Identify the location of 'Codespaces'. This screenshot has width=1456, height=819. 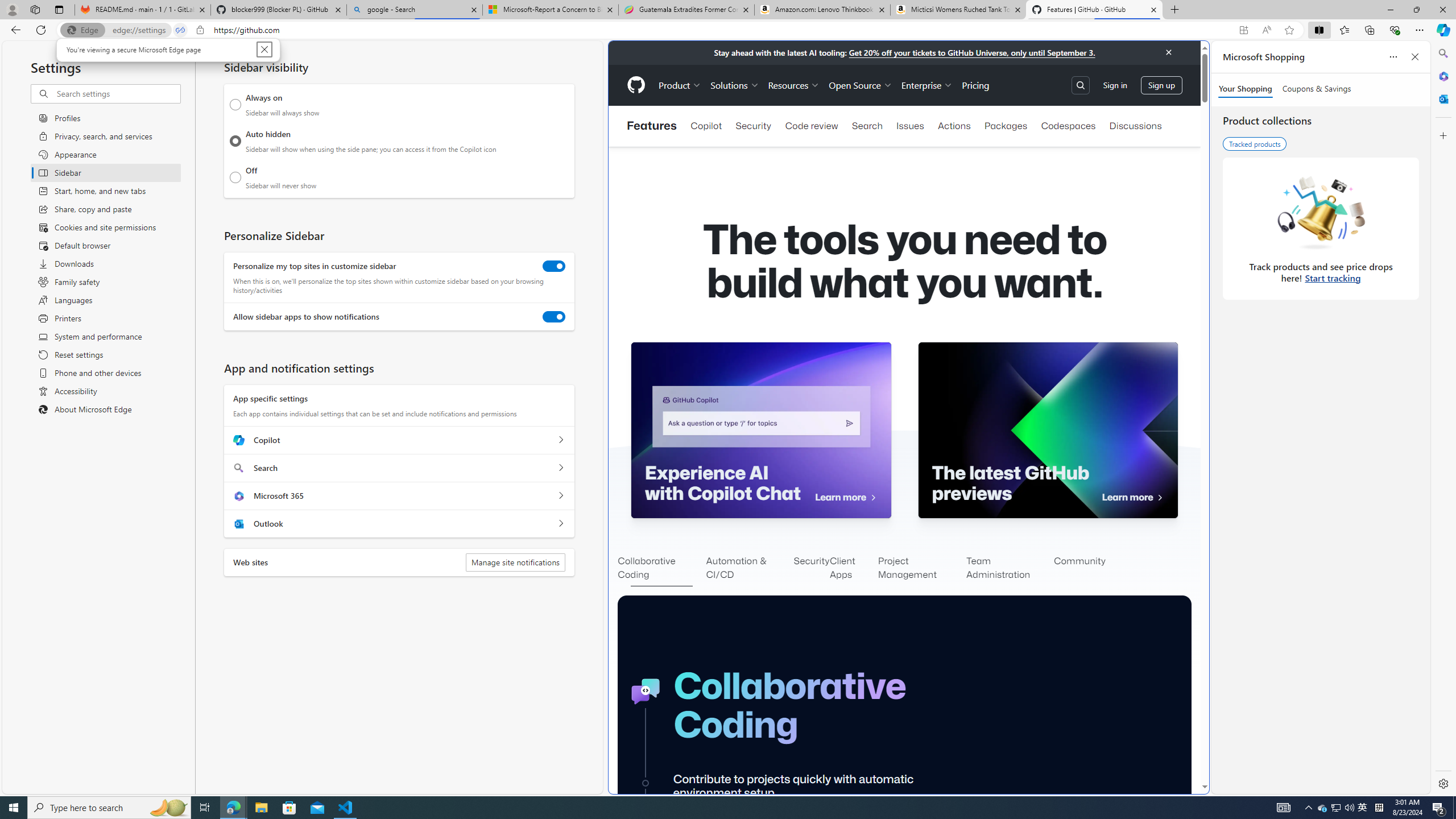
(1069, 126).